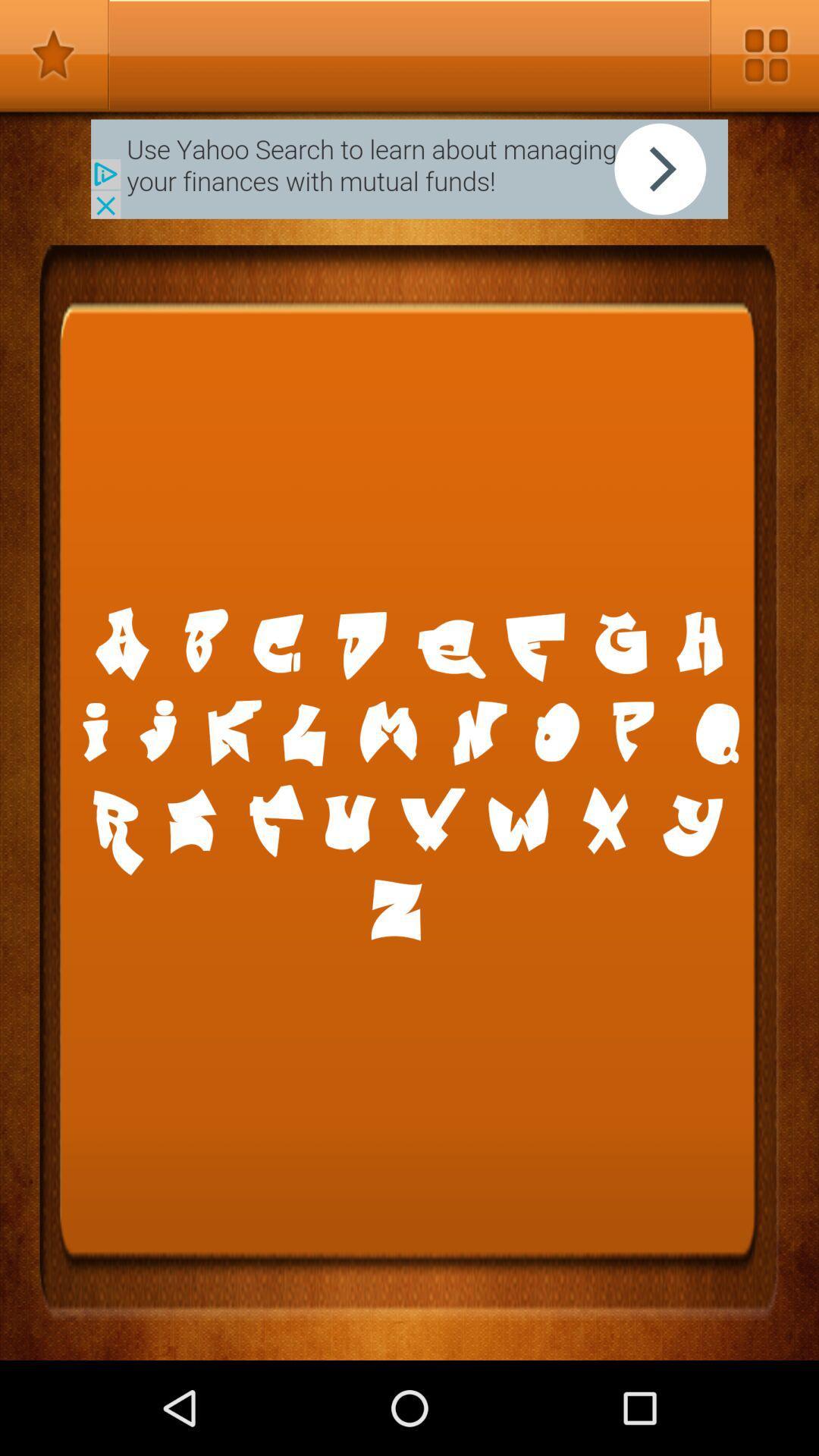  I want to click on rating, so click(54, 55).